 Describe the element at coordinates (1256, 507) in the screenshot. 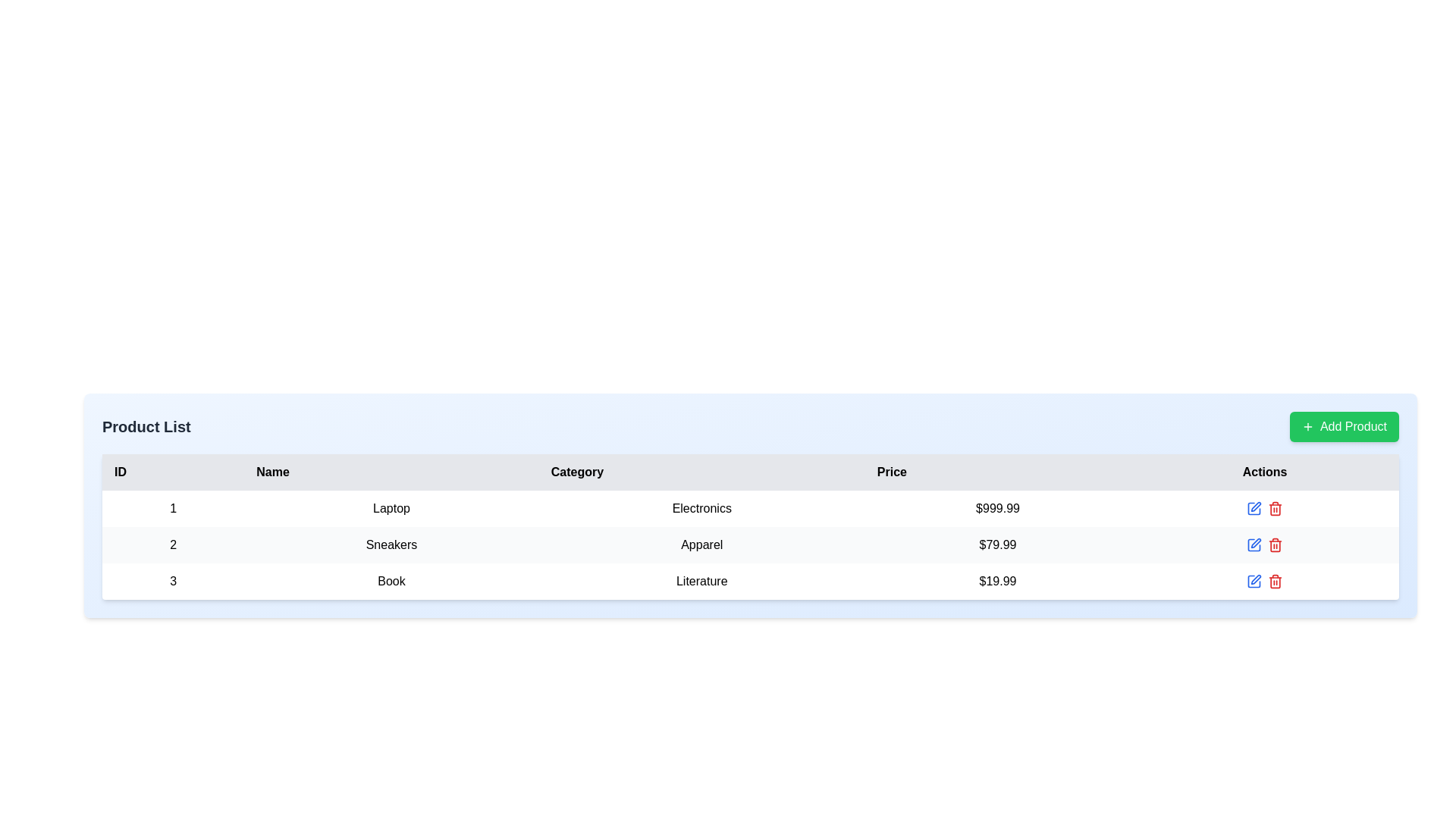

I see `the edit icon button represented as a pencil in the Actions column of the first row concerning the product 'Laptop'` at that location.